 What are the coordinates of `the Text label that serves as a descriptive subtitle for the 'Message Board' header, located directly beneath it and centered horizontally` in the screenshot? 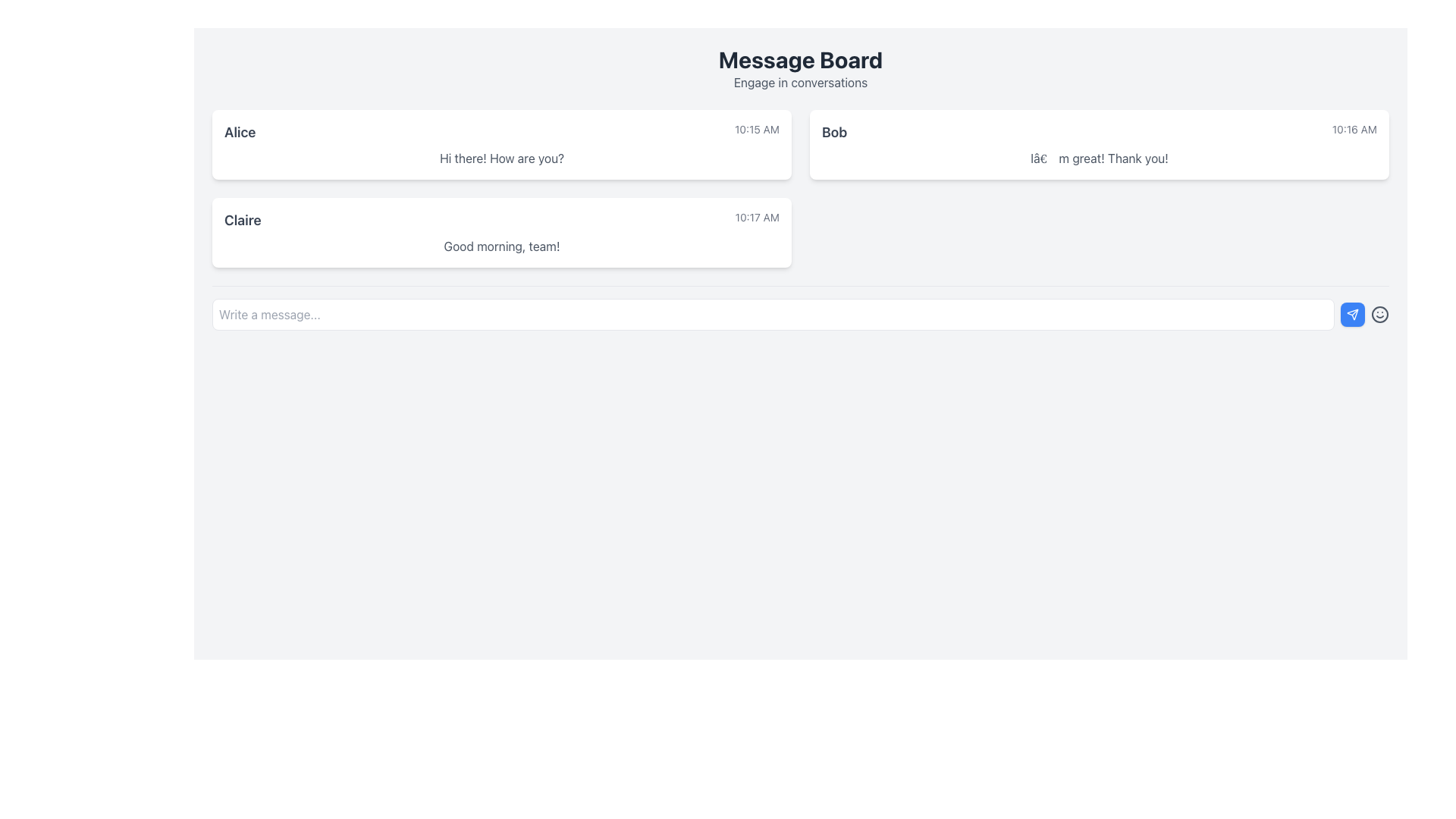 It's located at (800, 82).